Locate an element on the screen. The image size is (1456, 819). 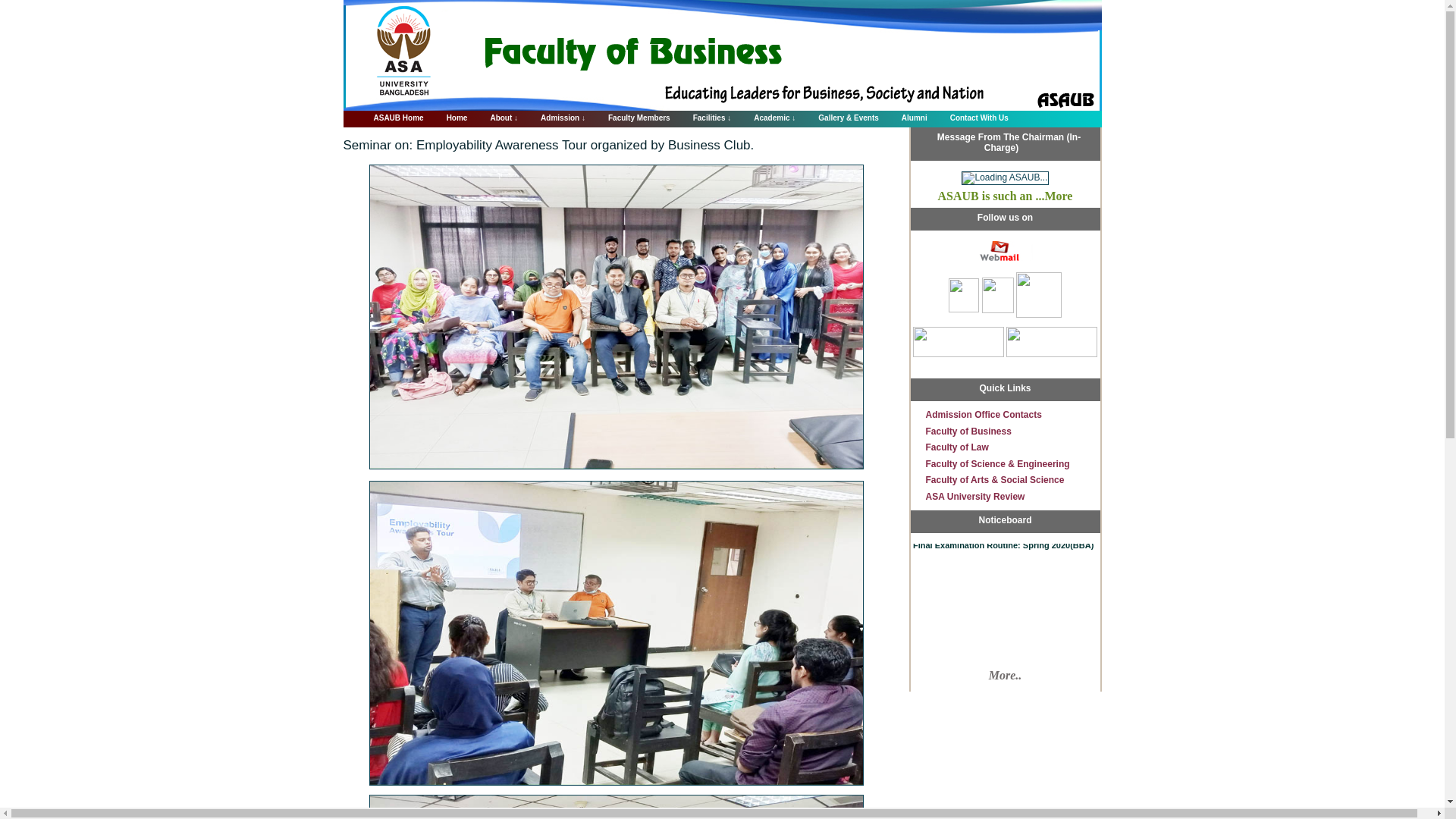
'Alumni' is located at coordinates (906, 115).